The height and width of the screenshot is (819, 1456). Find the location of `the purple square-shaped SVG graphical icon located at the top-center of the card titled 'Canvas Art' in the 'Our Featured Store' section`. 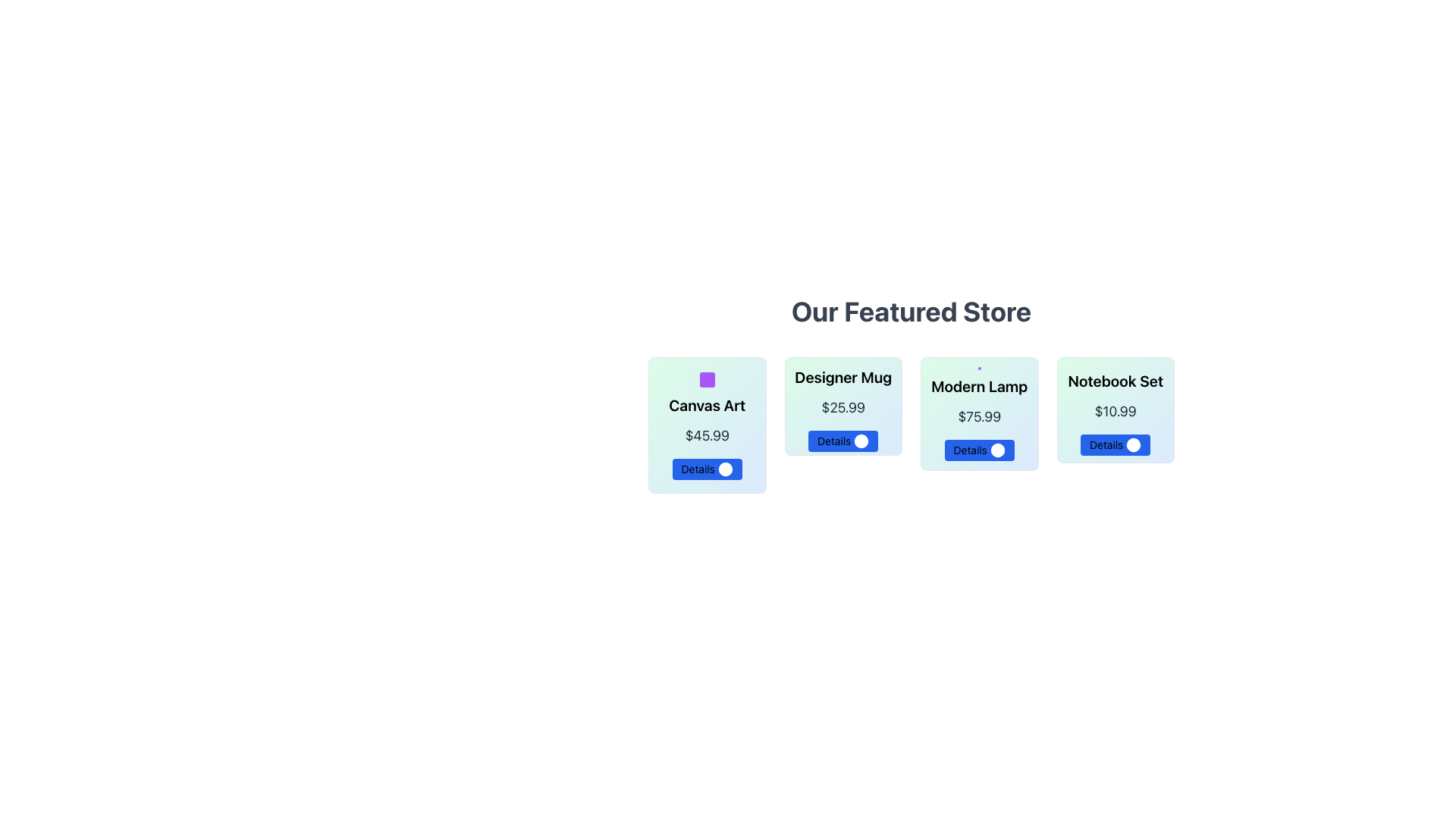

the purple square-shaped SVG graphical icon located at the top-center of the card titled 'Canvas Art' in the 'Our Featured Store' section is located at coordinates (706, 379).